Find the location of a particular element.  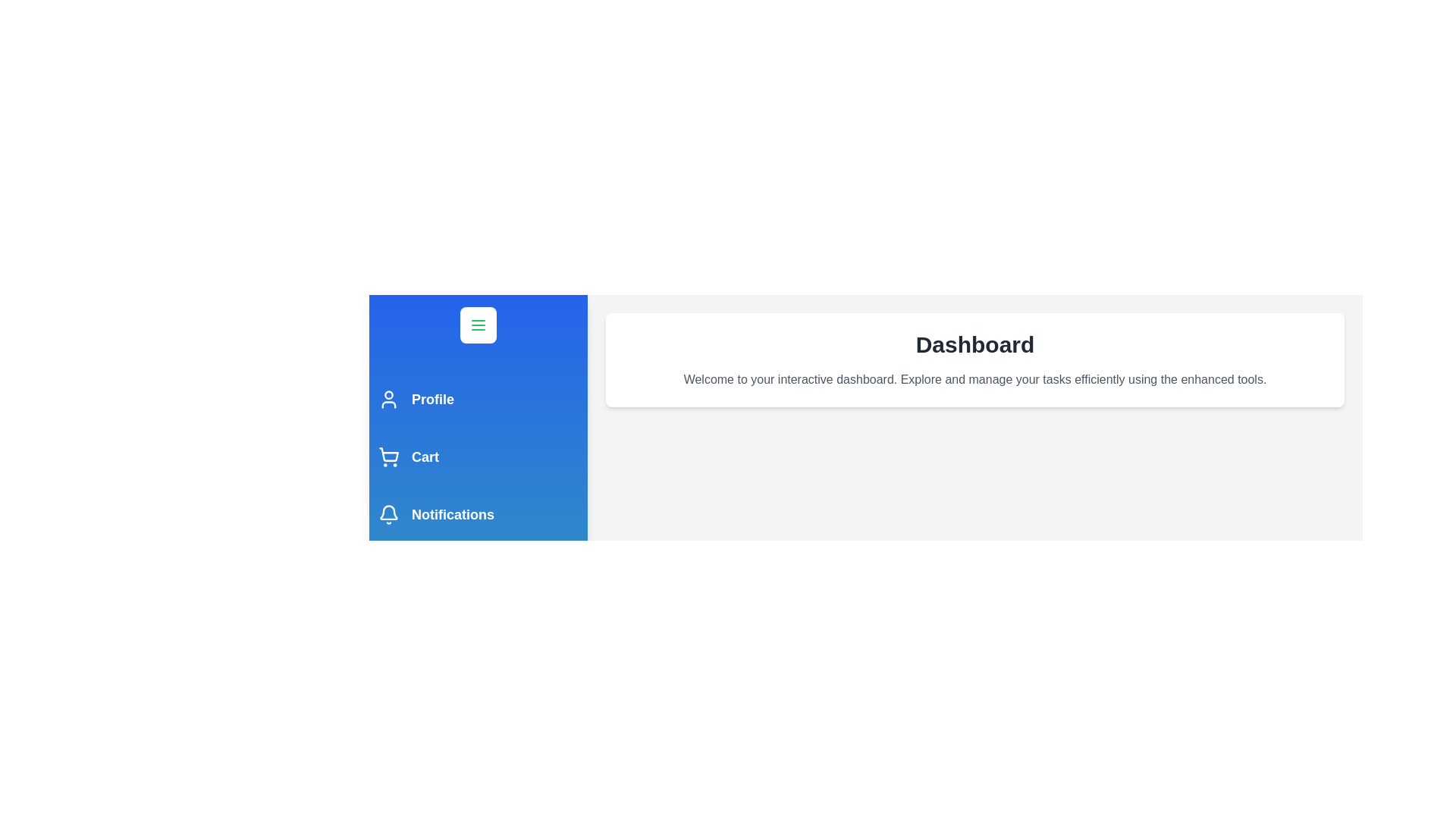

the Dashboard section to focus on it is located at coordinates (975, 359).